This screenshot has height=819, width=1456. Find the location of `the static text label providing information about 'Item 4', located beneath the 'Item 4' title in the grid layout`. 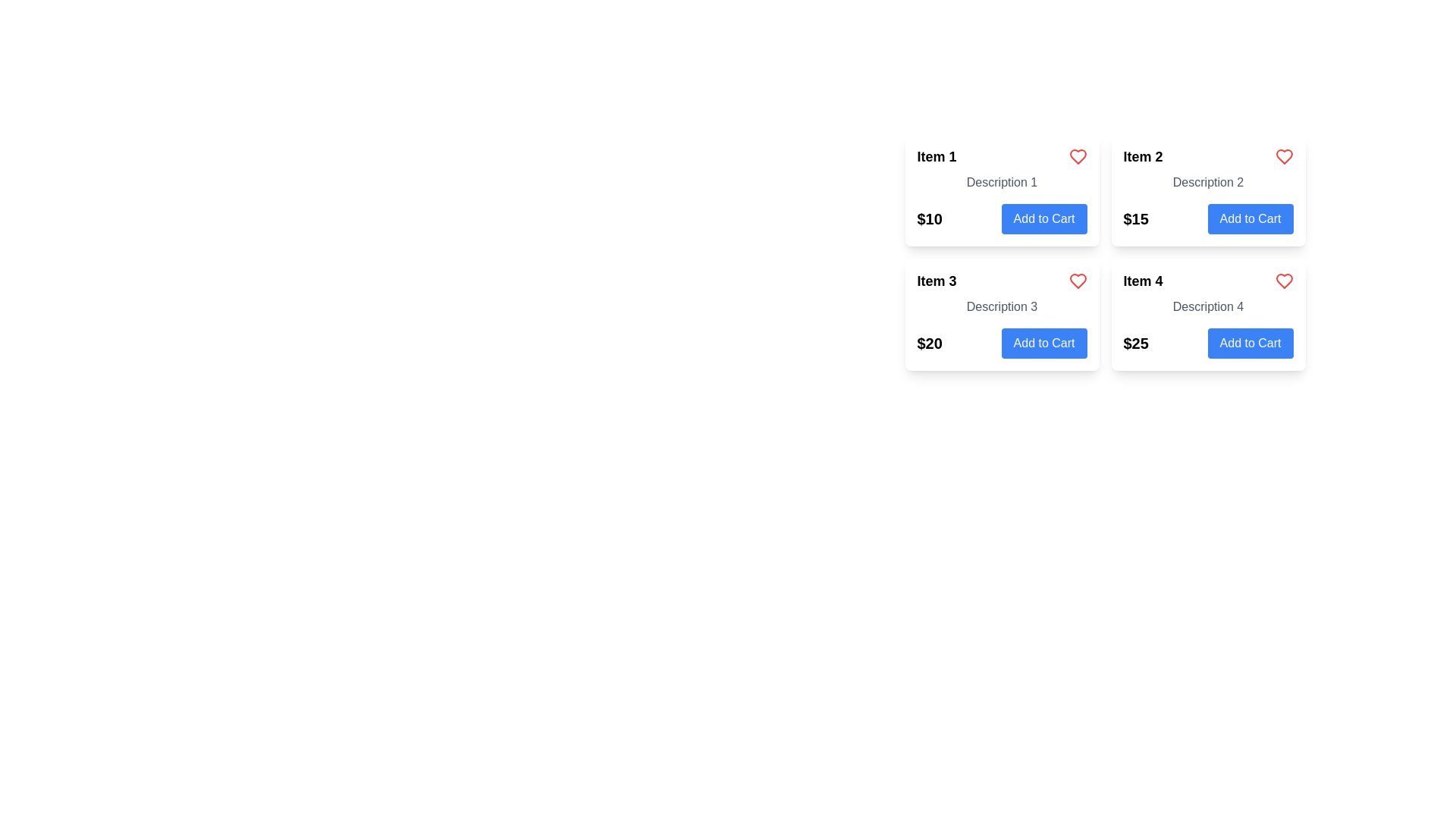

the static text label providing information about 'Item 4', located beneath the 'Item 4' title in the grid layout is located at coordinates (1207, 307).